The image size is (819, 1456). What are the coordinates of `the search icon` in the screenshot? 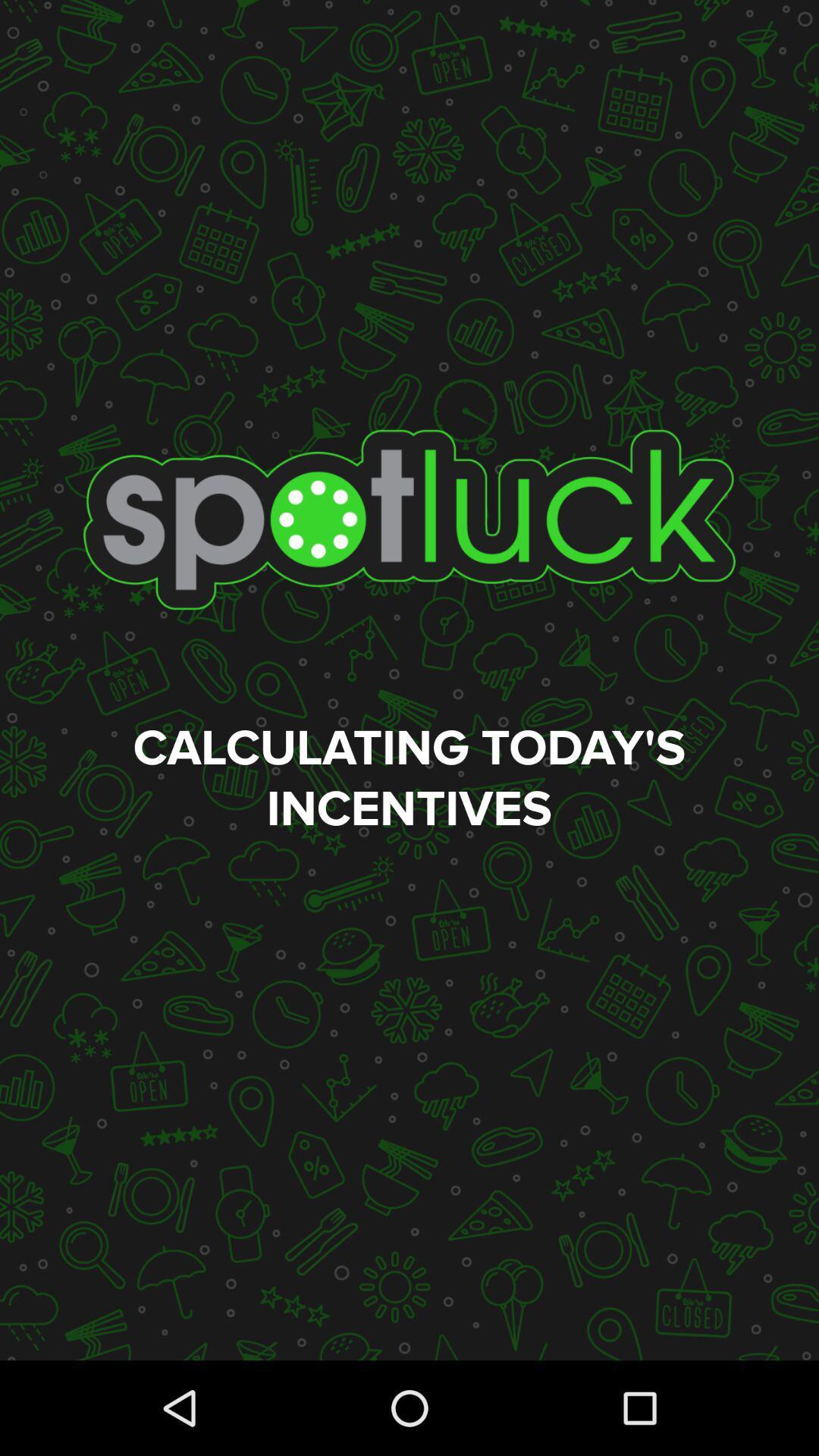 It's located at (757, 279).